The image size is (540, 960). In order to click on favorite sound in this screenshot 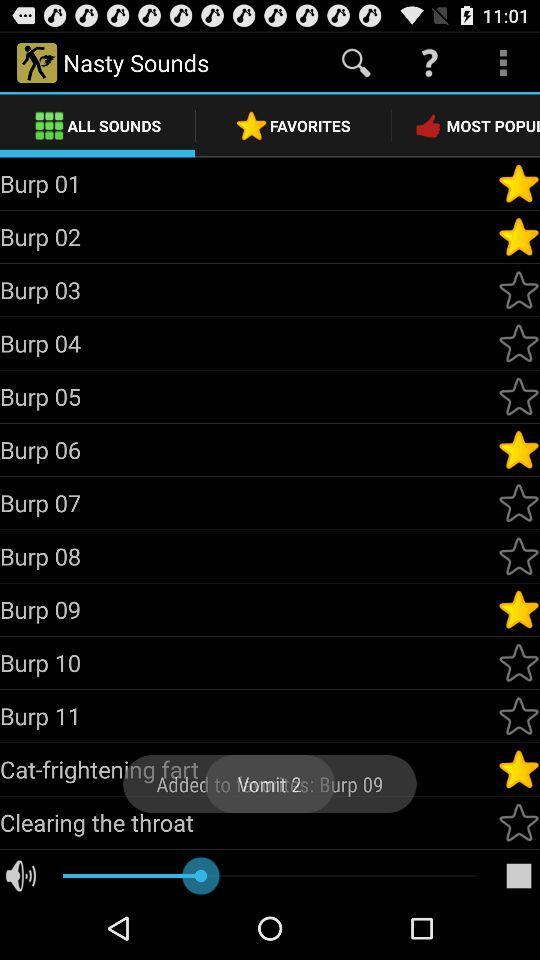, I will do `click(518, 608)`.